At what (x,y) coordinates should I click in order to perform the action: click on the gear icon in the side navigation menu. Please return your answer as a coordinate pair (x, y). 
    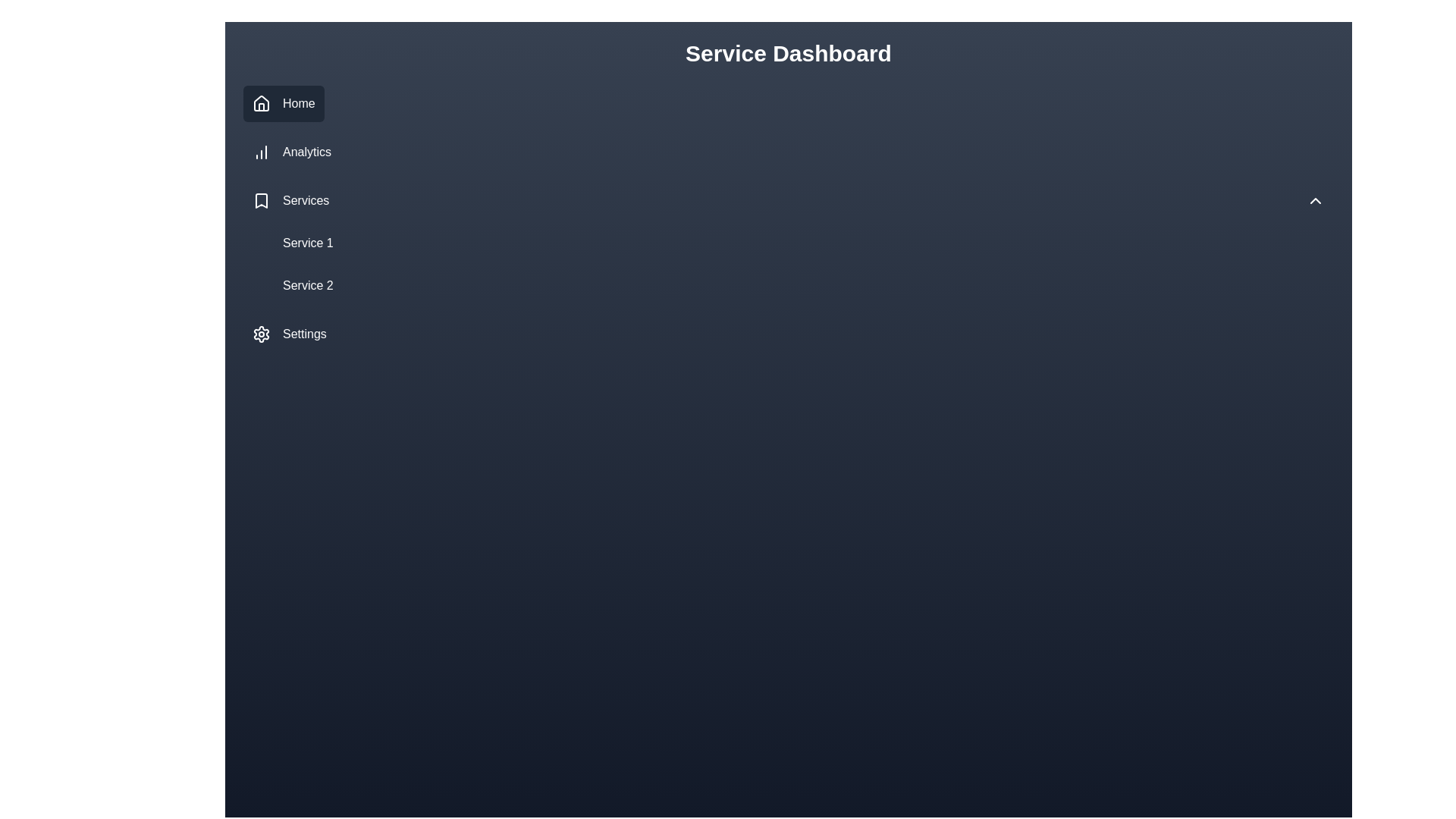
    Looking at the image, I should click on (262, 333).